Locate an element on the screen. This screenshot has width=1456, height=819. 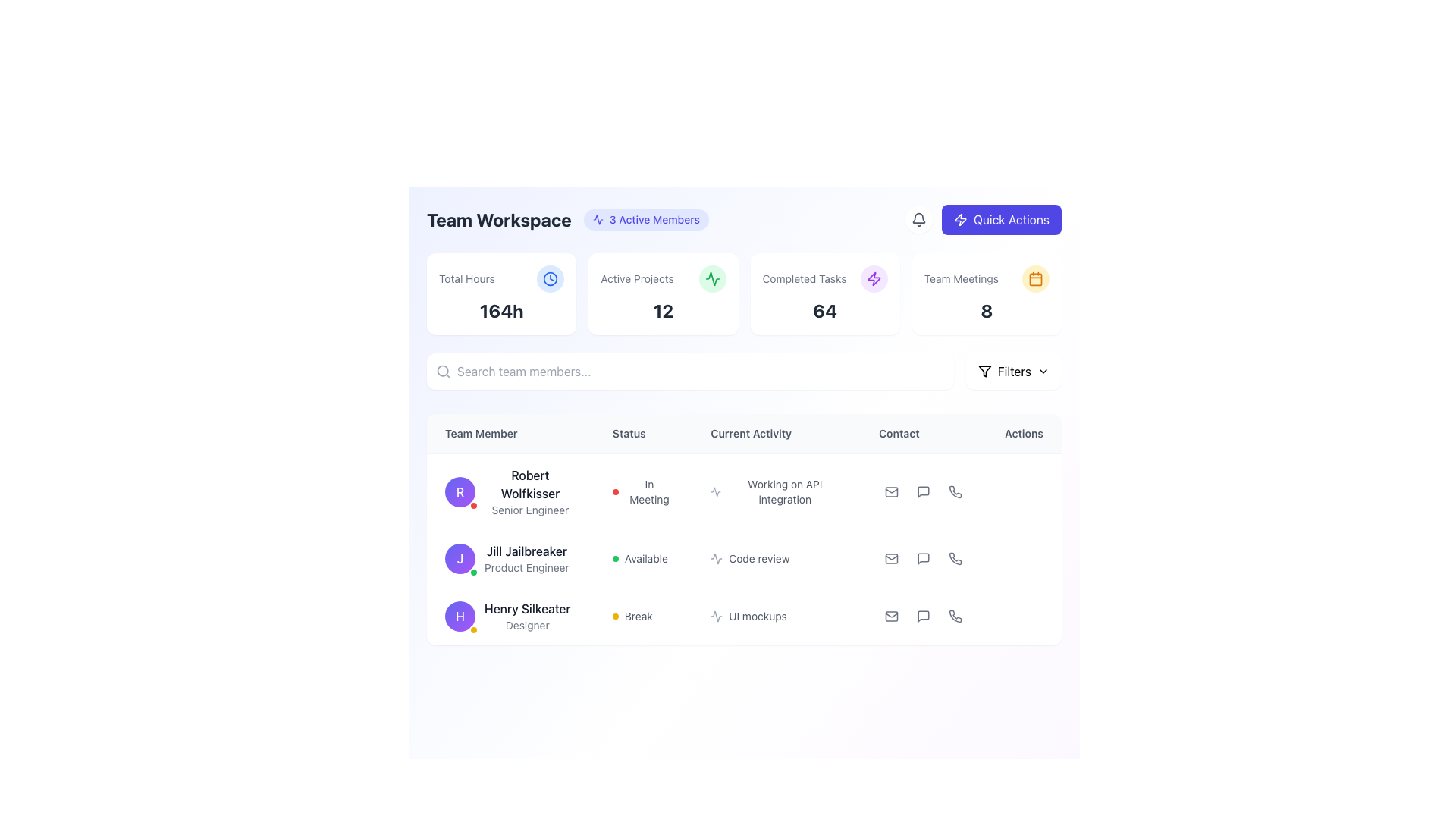
the Status indicator for Jill Jailbreaker, which indicates her availability status located in the second row of the Status column in the table layout is located at coordinates (643, 558).